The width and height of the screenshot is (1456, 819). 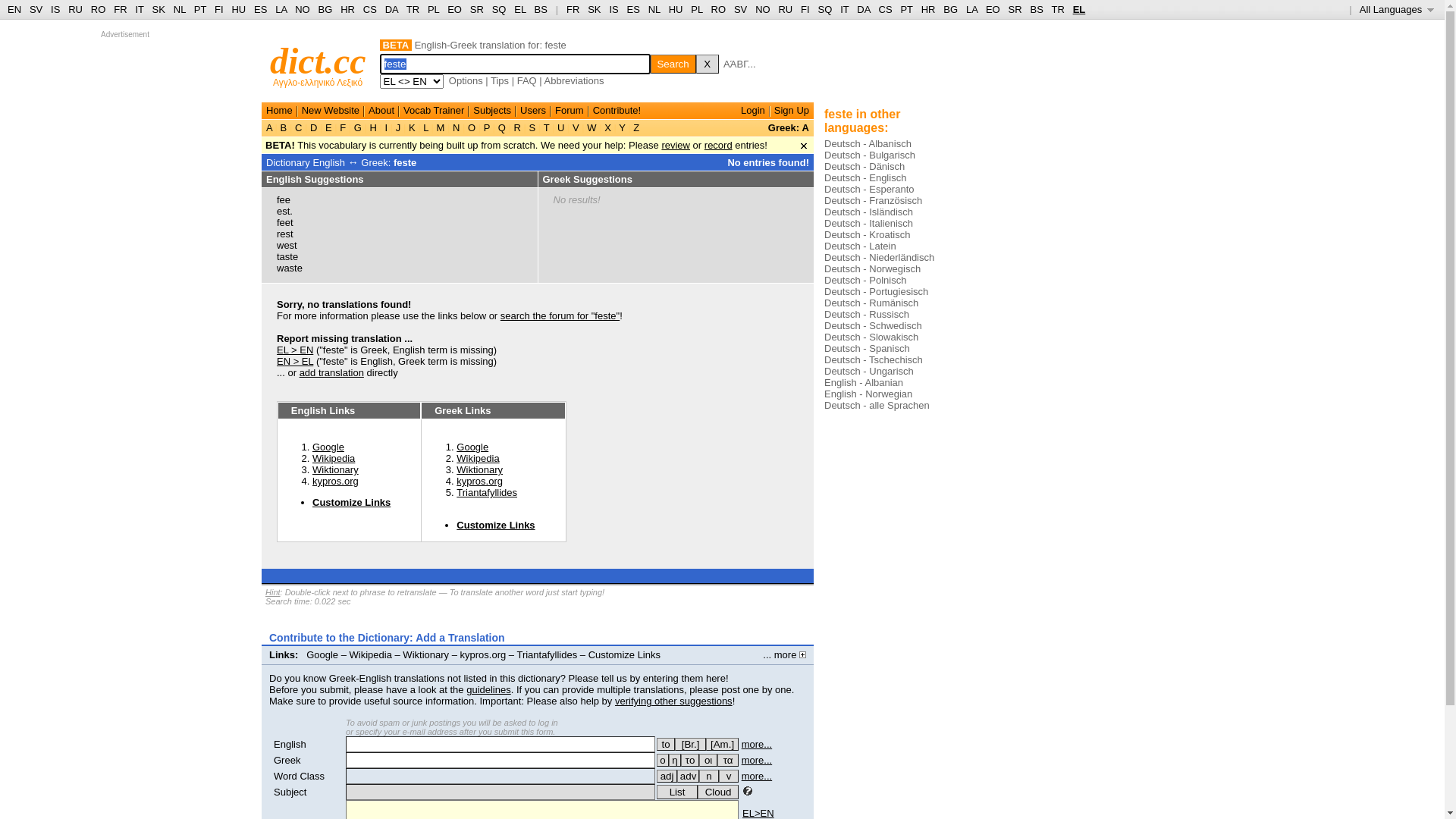 What do you see at coordinates (527, 80) in the screenshot?
I see `'FAQ'` at bounding box center [527, 80].